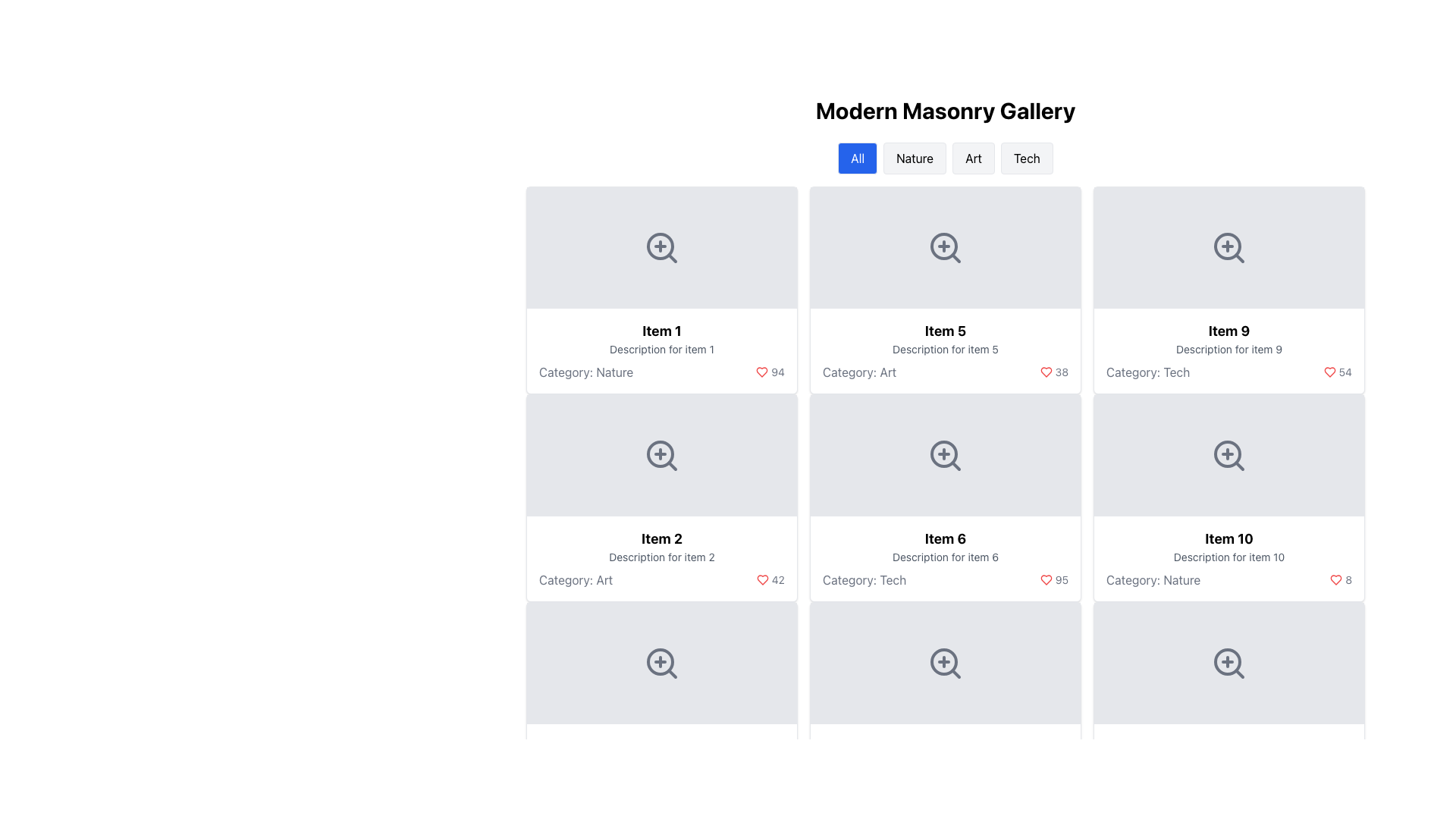 This screenshot has width=1456, height=819. What do you see at coordinates (1239, 257) in the screenshot?
I see `the diagonal line segment within the magnifying glass icon located in the top-right corner of the card labeled 'Item 9'` at bounding box center [1239, 257].